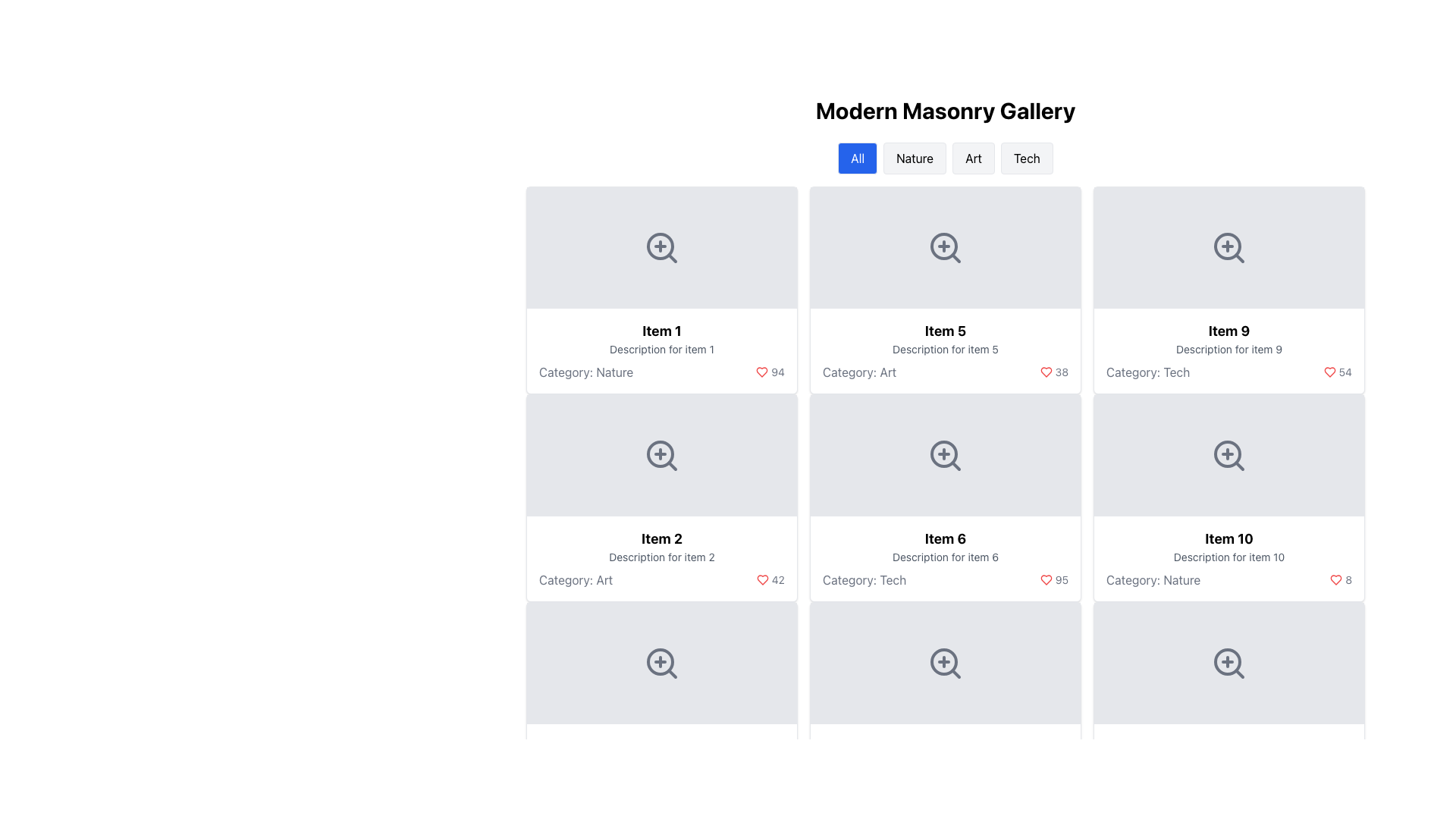 This screenshot has width=1456, height=819. What do you see at coordinates (1239, 257) in the screenshot?
I see `the diagonal line segment within the magnifying glass icon located in the top-right corner of the card labeled 'Item 9'` at bounding box center [1239, 257].